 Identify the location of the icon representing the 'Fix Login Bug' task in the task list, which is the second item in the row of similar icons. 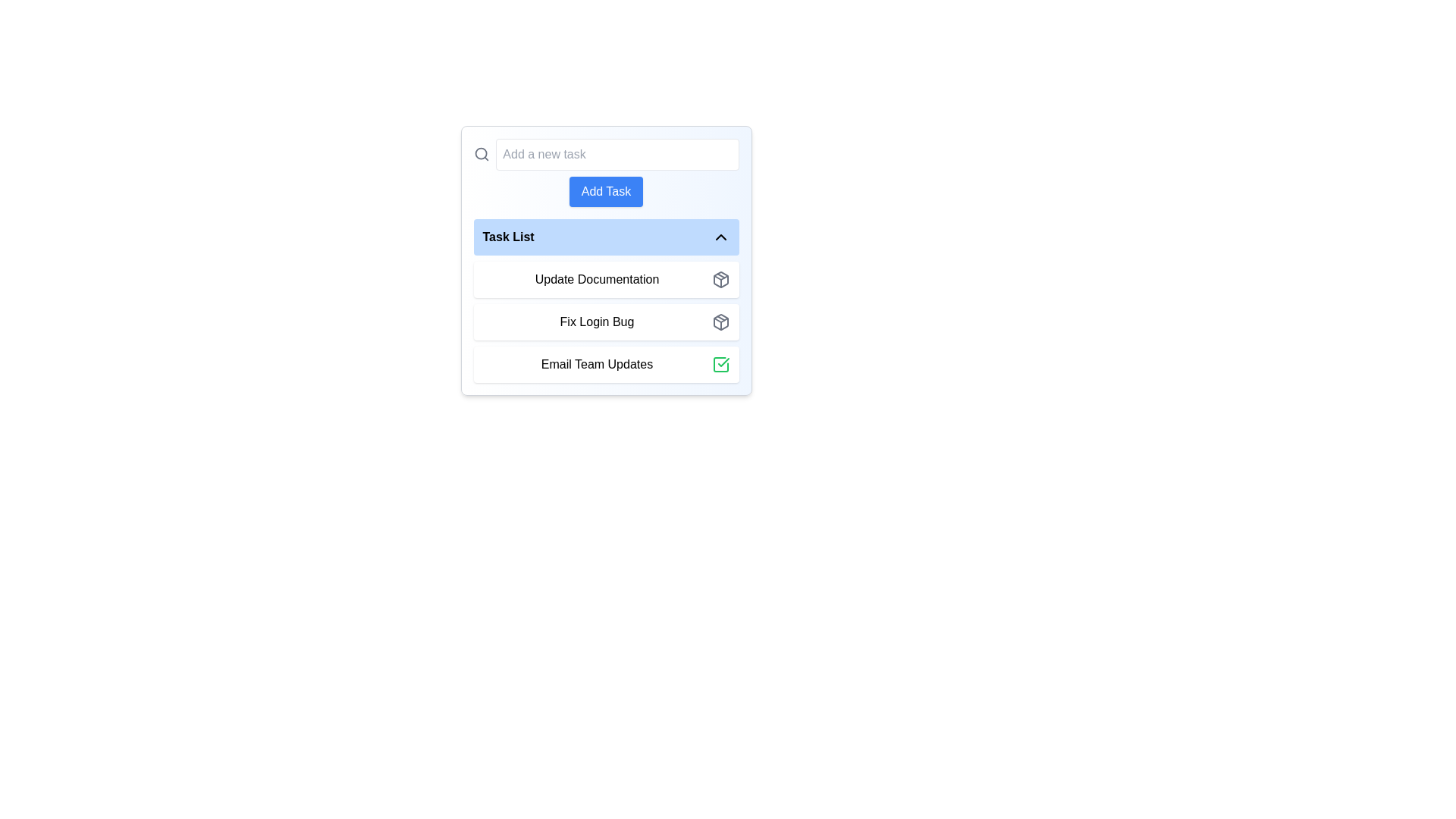
(720, 280).